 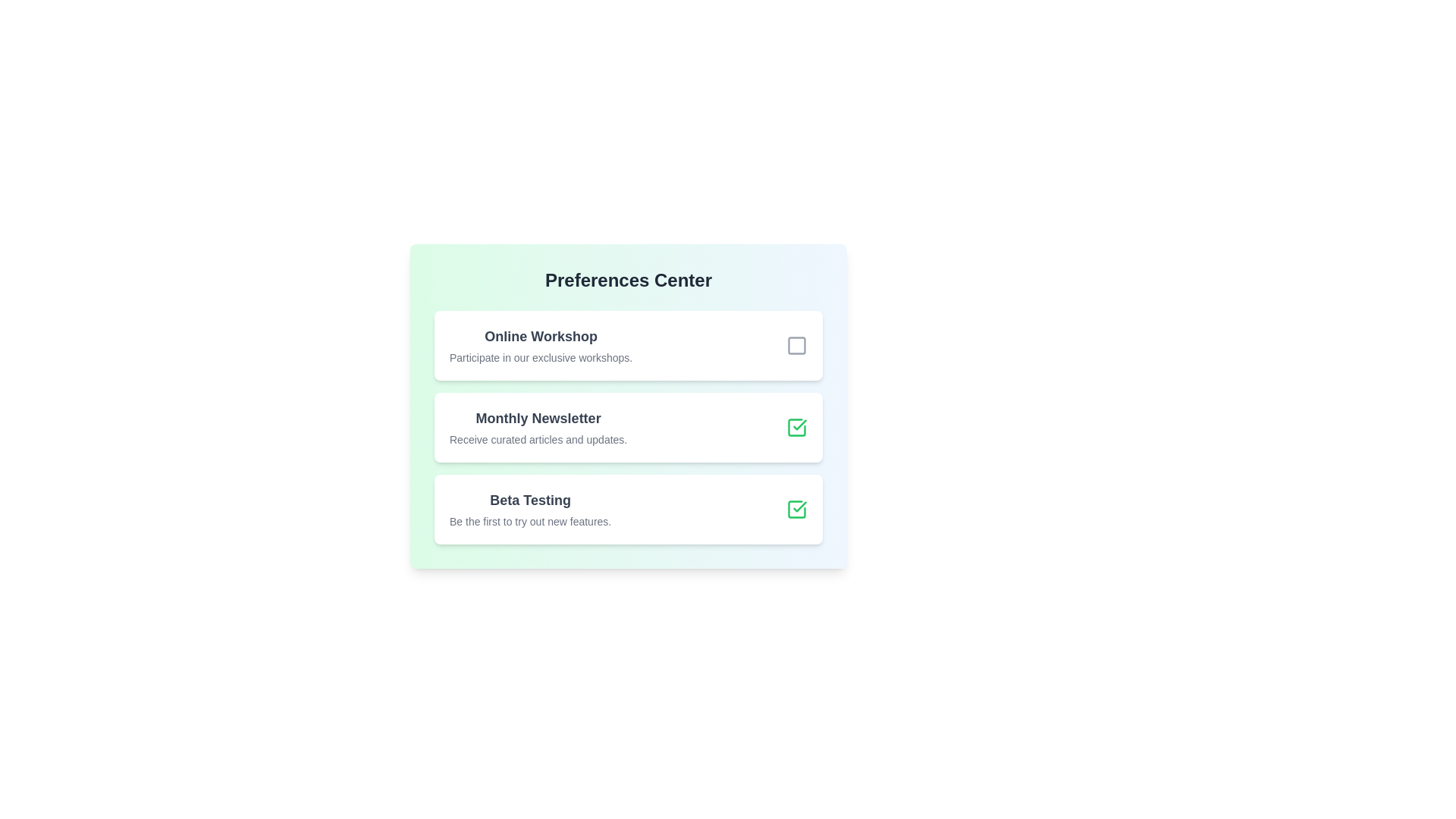 I want to click on the checkbox for 'Monthly Newsletter', which displays a green checkmark inside a square border, so click(x=796, y=427).